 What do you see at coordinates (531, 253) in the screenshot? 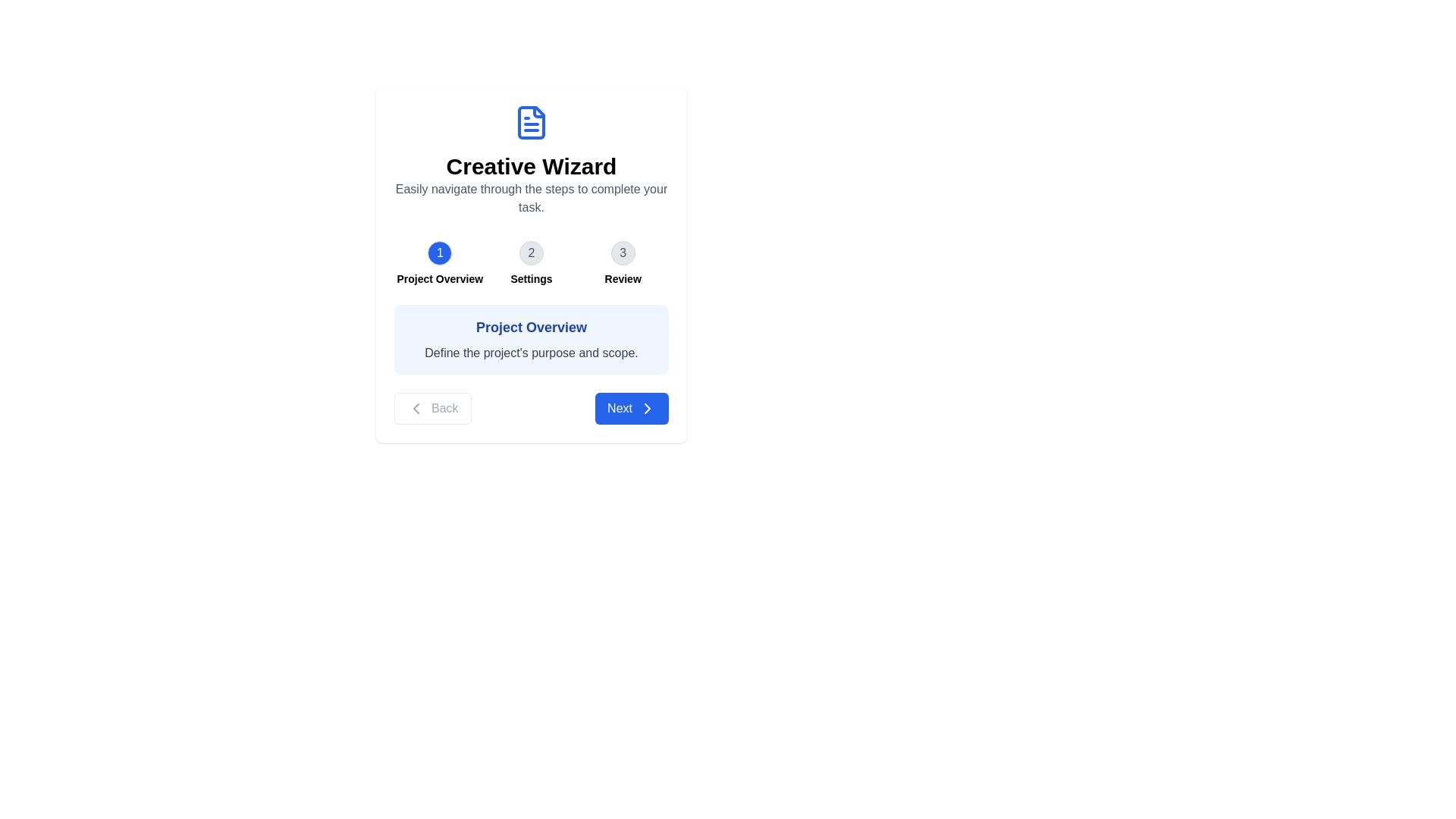
I see `the second step of the multi-step progress indicator, which is located above the 'Settings' label, between 'Project Overview' and 'Review'` at bounding box center [531, 253].